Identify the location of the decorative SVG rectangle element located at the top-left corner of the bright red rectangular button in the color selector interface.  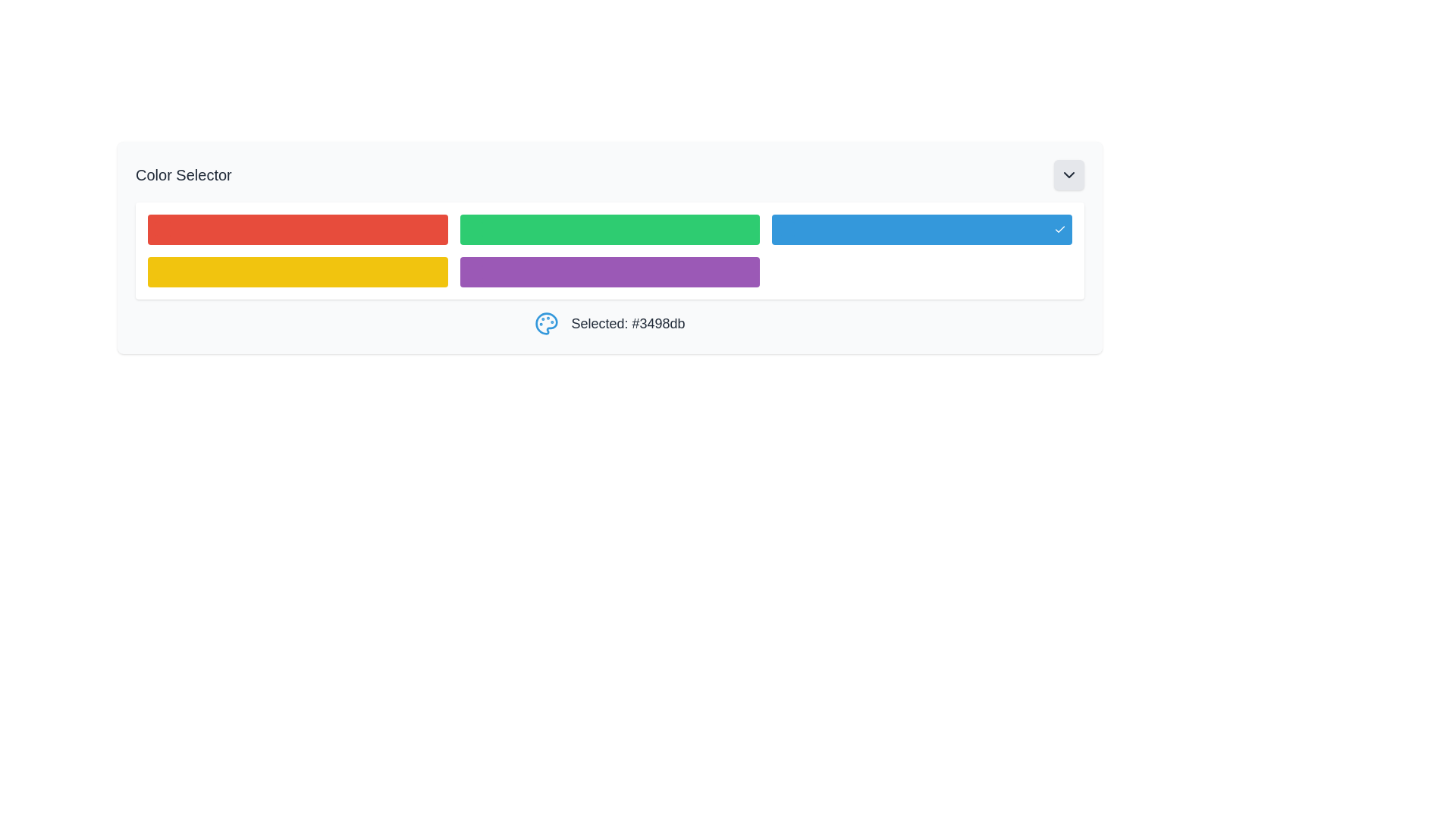
(163, 230).